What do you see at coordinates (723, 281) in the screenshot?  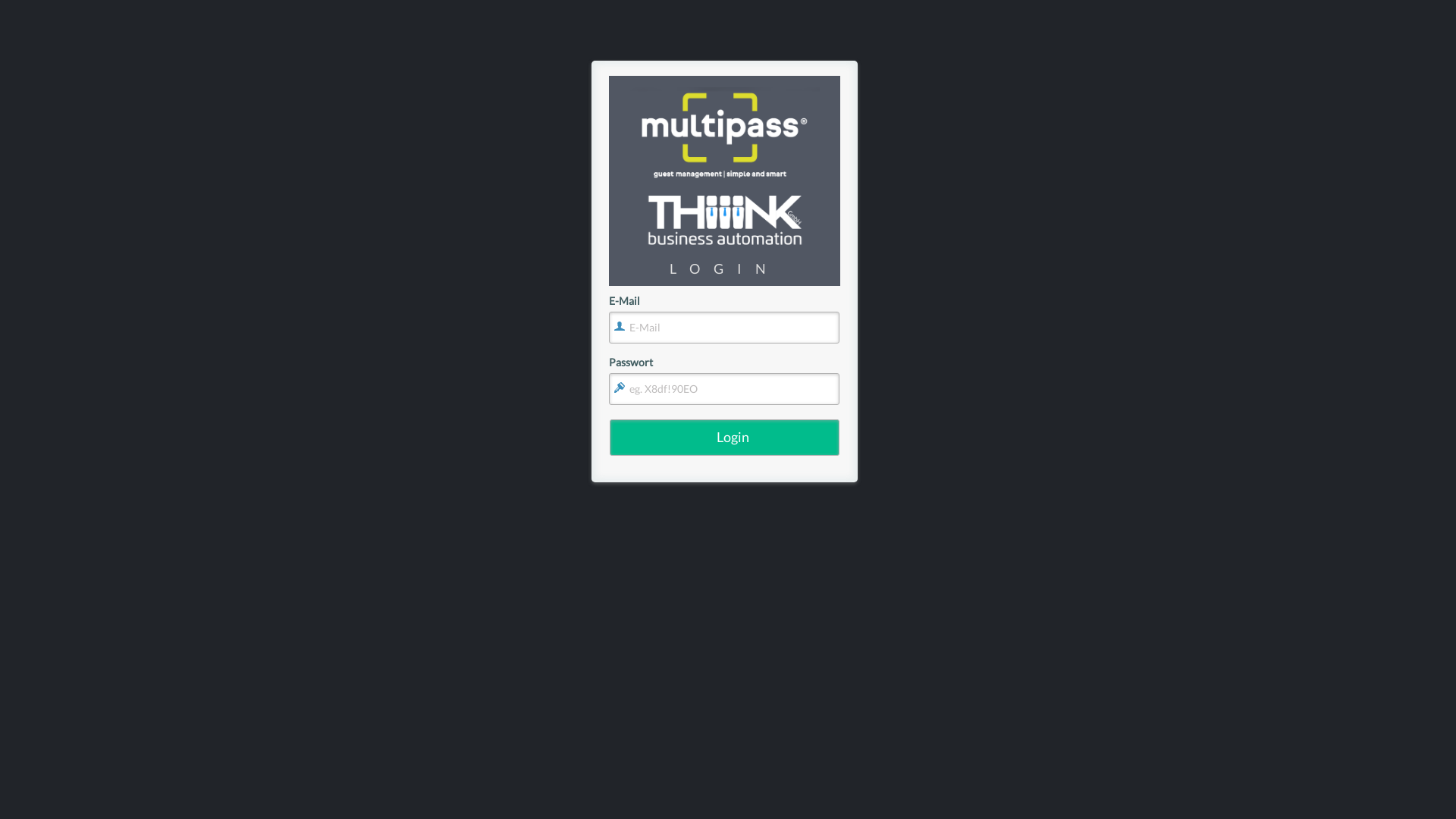 I see `'Submit'` at bounding box center [723, 281].